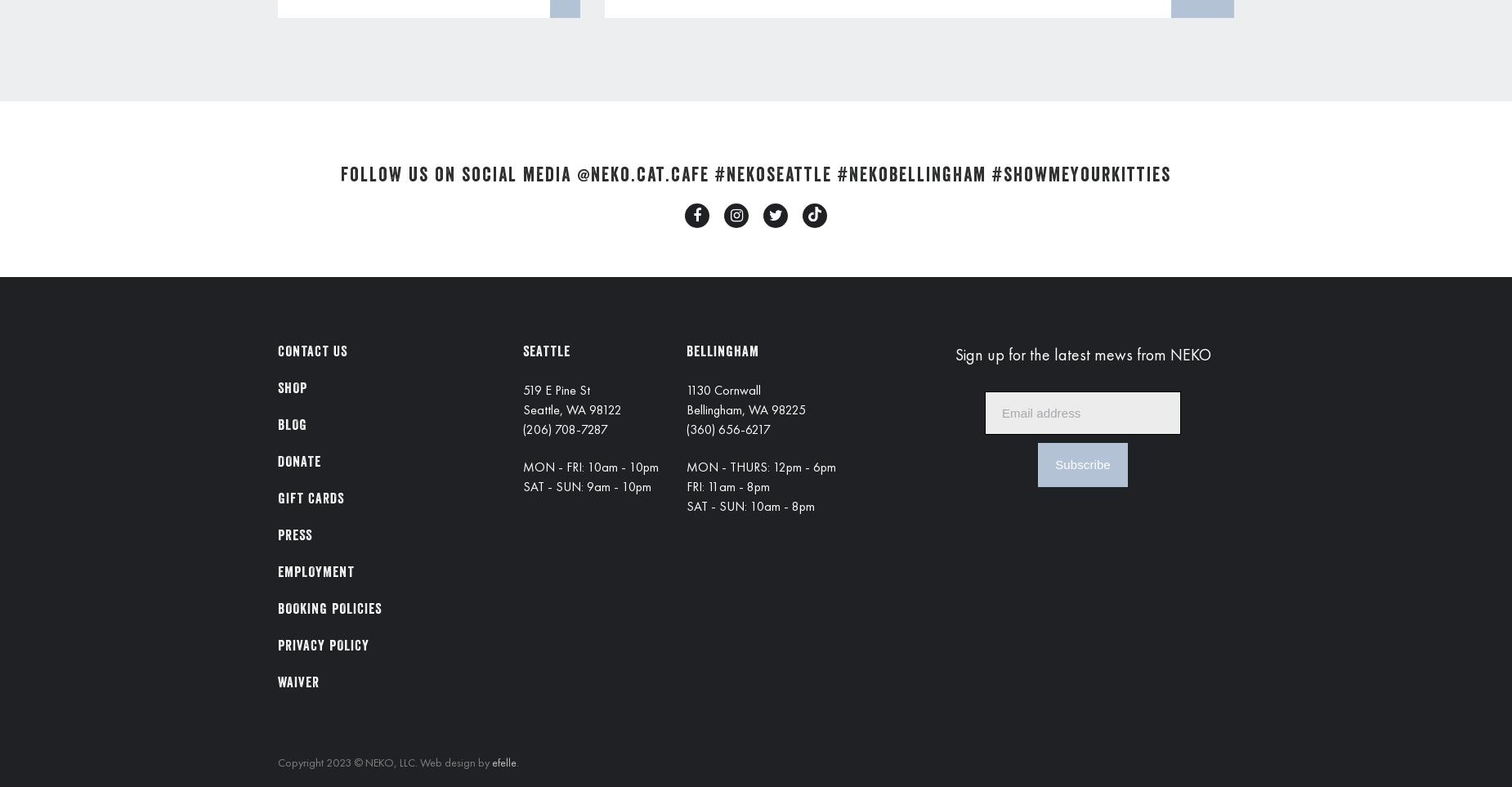 The image size is (1512, 787). Describe the element at coordinates (687, 352) in the screenshot. I see `'BELLINGHAM'` at that location.